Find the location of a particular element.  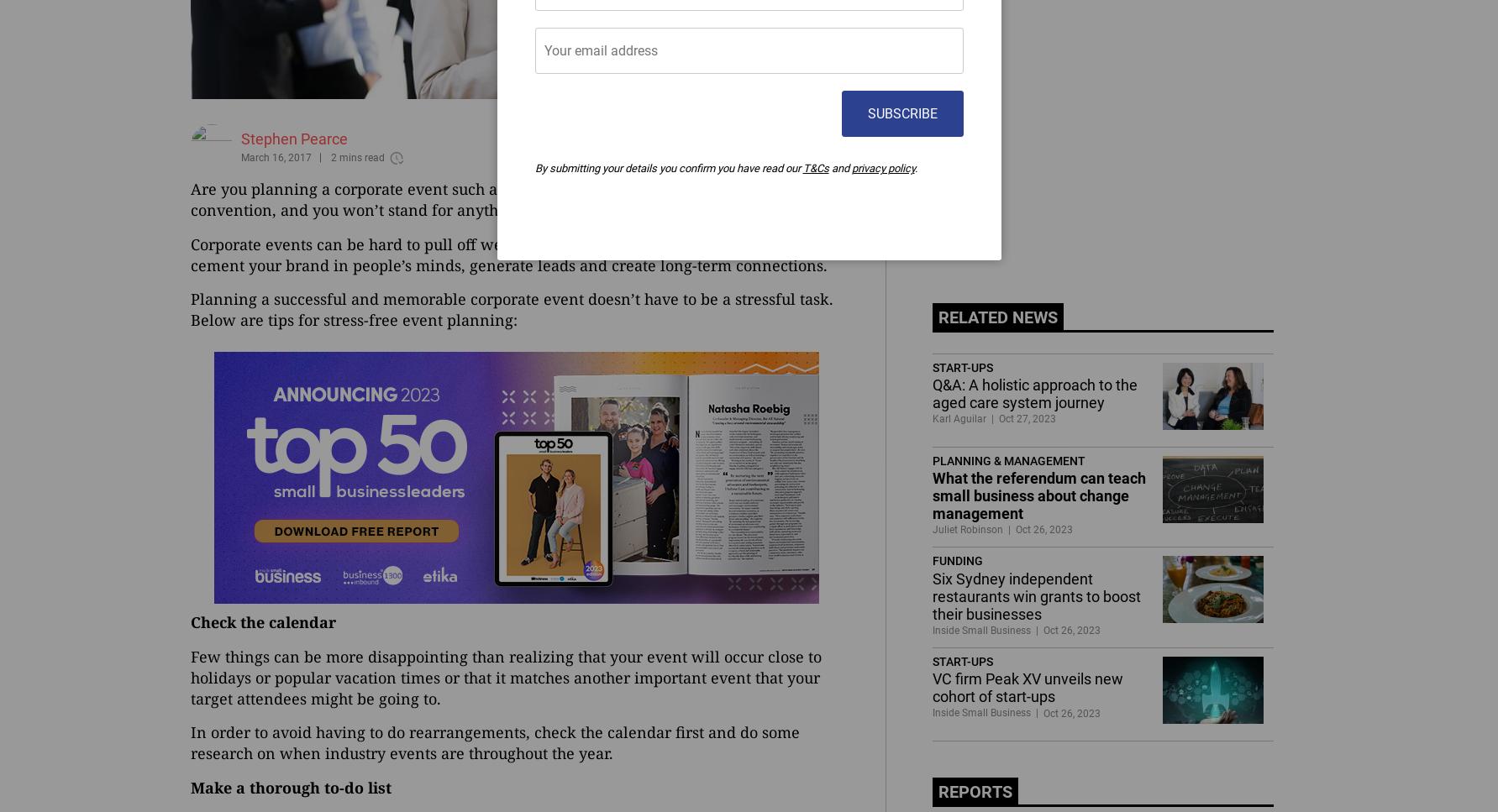

'March 16, 2017' is located at coordinates (275, 156).